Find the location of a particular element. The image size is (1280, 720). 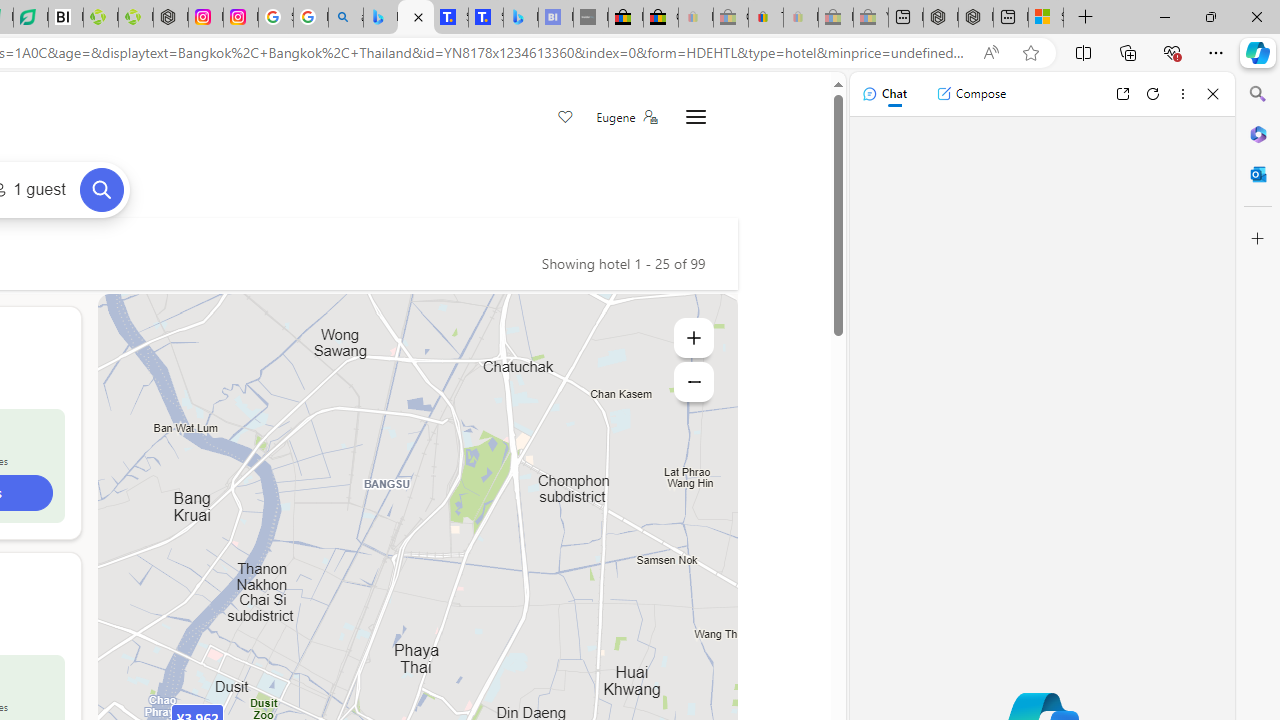

'Save' is located at coordinates (564, 118).